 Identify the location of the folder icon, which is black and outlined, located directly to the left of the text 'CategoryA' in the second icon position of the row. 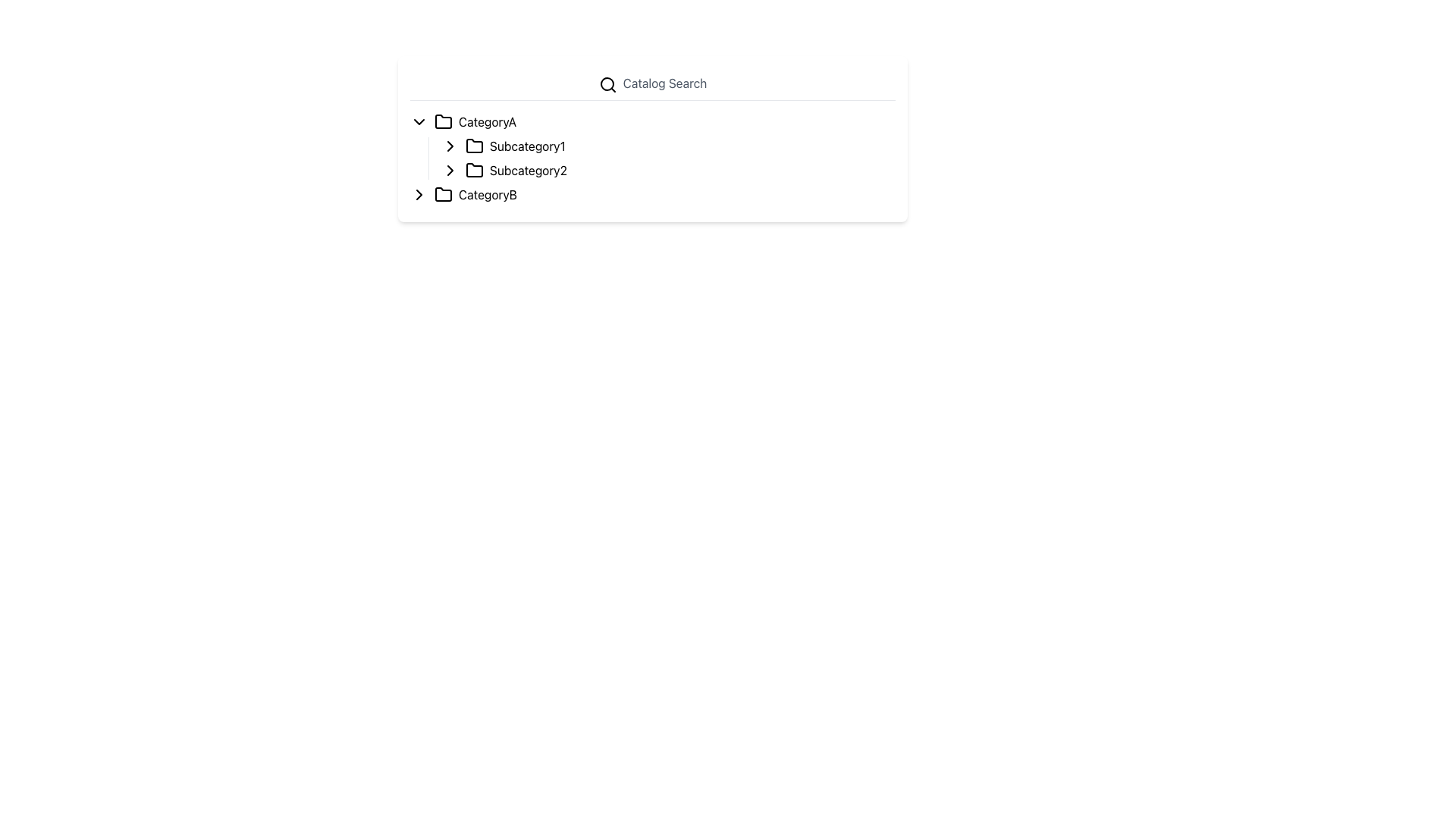
(443, 120).